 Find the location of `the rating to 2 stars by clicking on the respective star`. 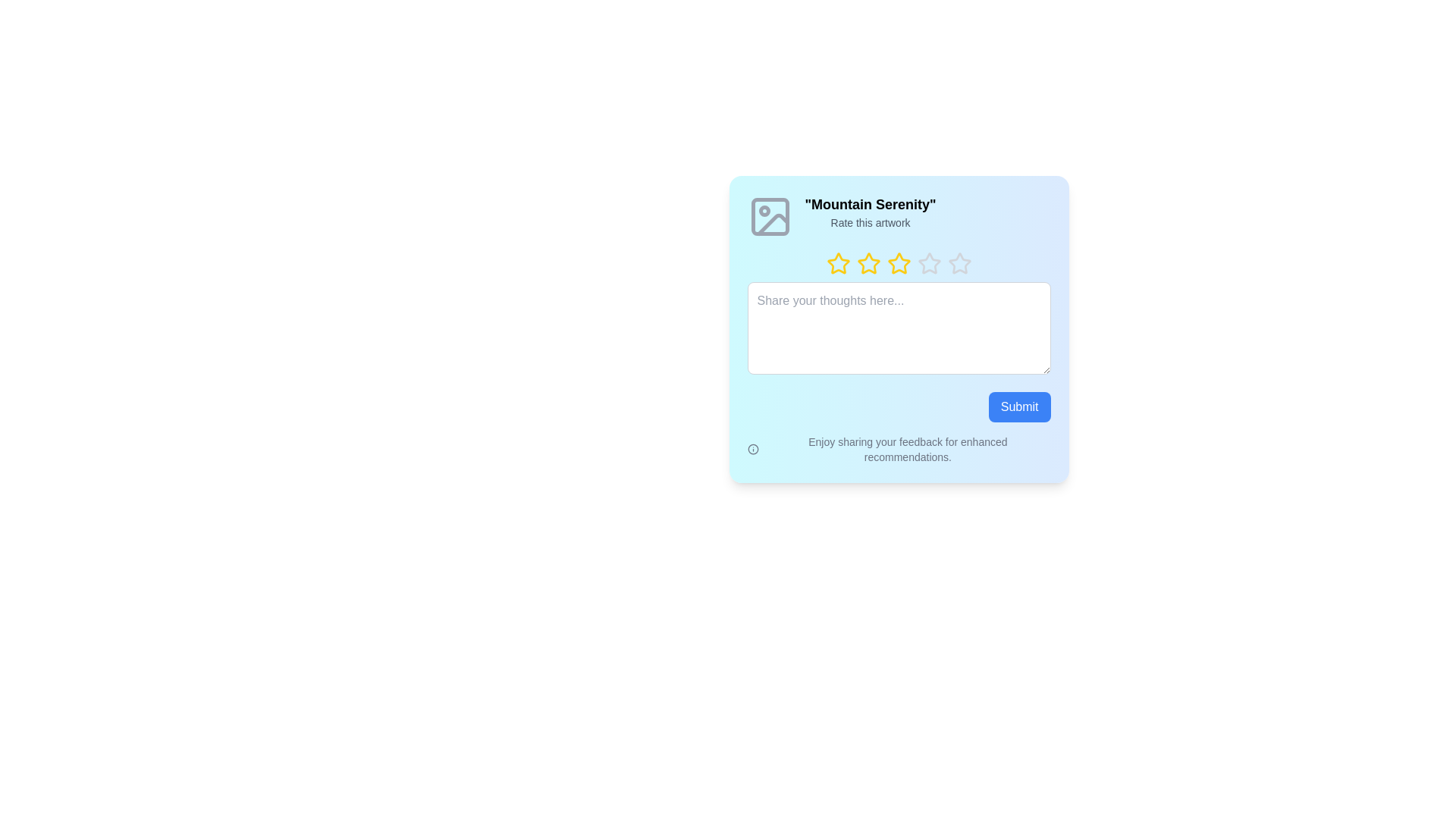

the rating to 2 stars by clicking on the respective star is located at coordinates (856, 262).